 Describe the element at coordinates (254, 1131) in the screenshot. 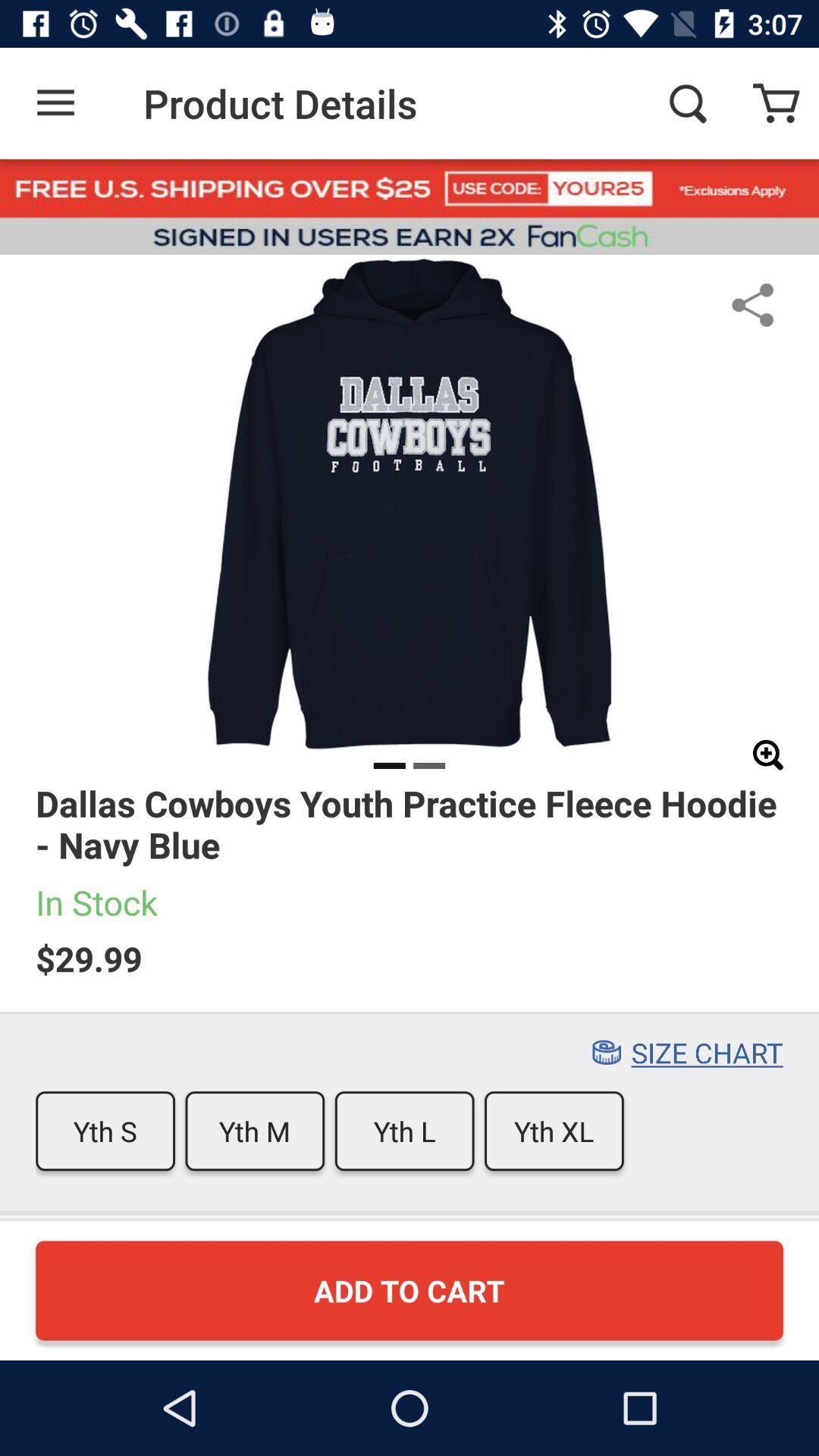

I see `icon next to the yth l item` at that location.